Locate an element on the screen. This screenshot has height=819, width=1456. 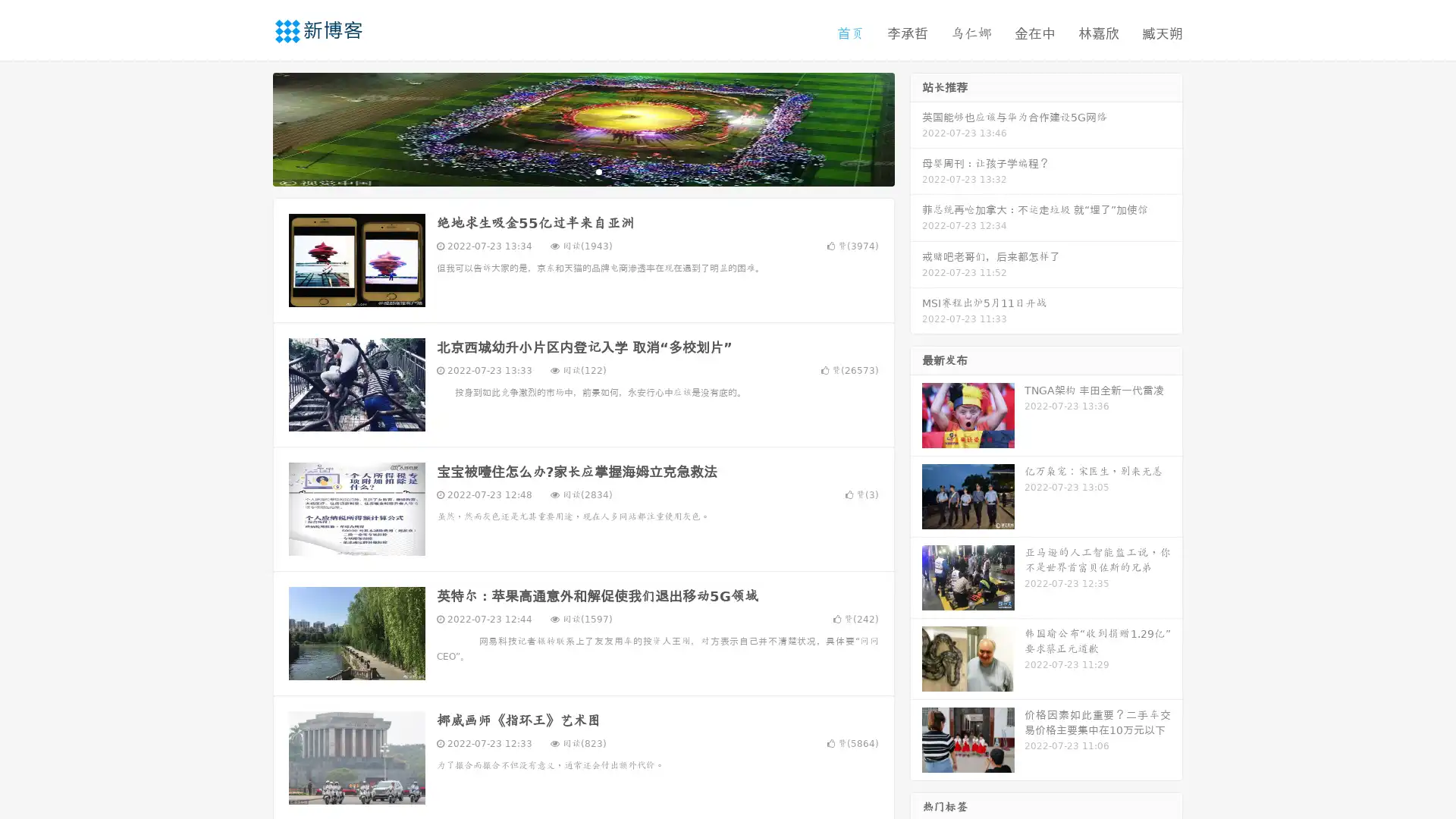
Go to slide 1 is located at coordinates (567, 171).